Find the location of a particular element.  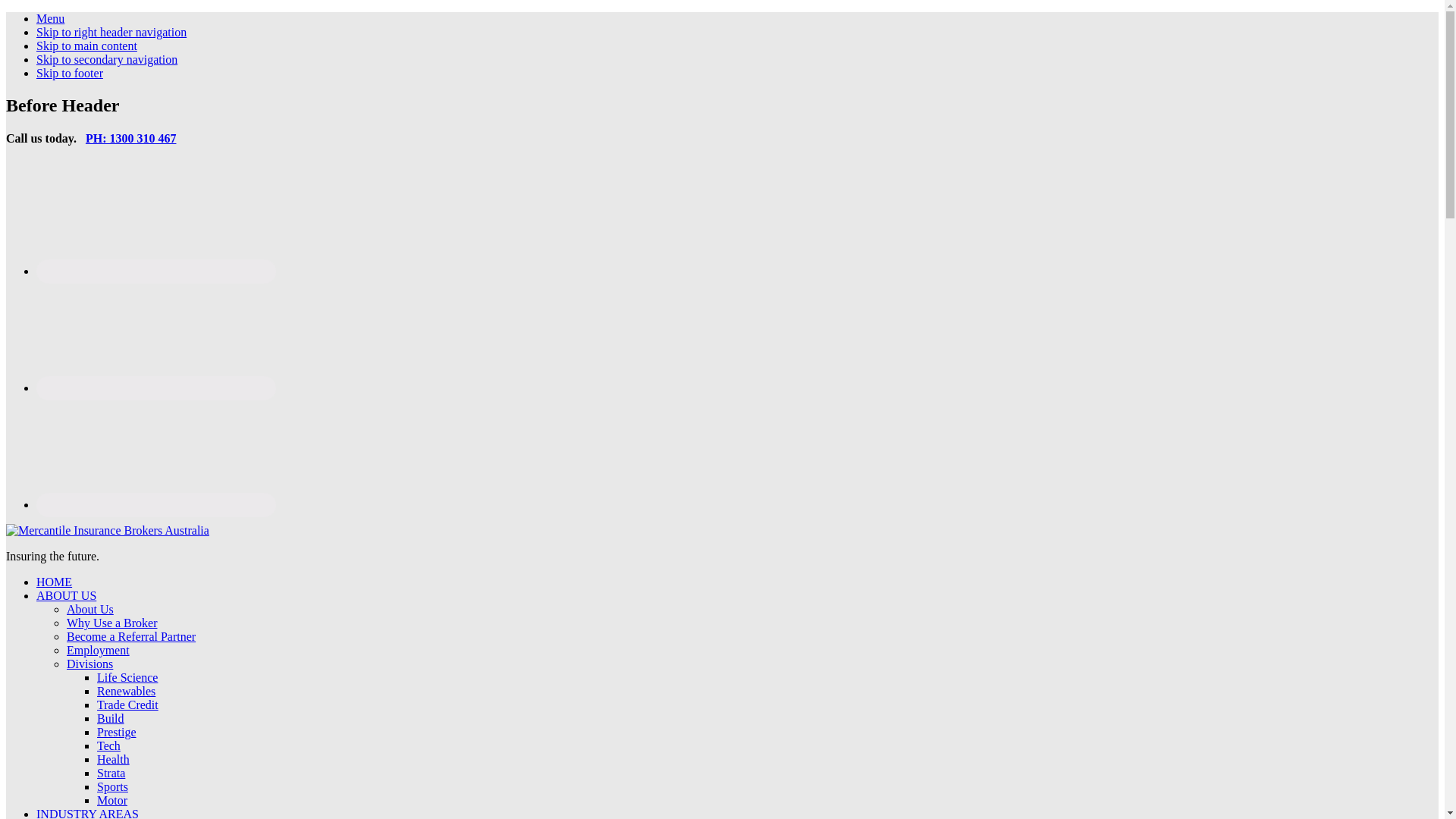

'Become a Referral Partner' is located at coordinates (65, 636).